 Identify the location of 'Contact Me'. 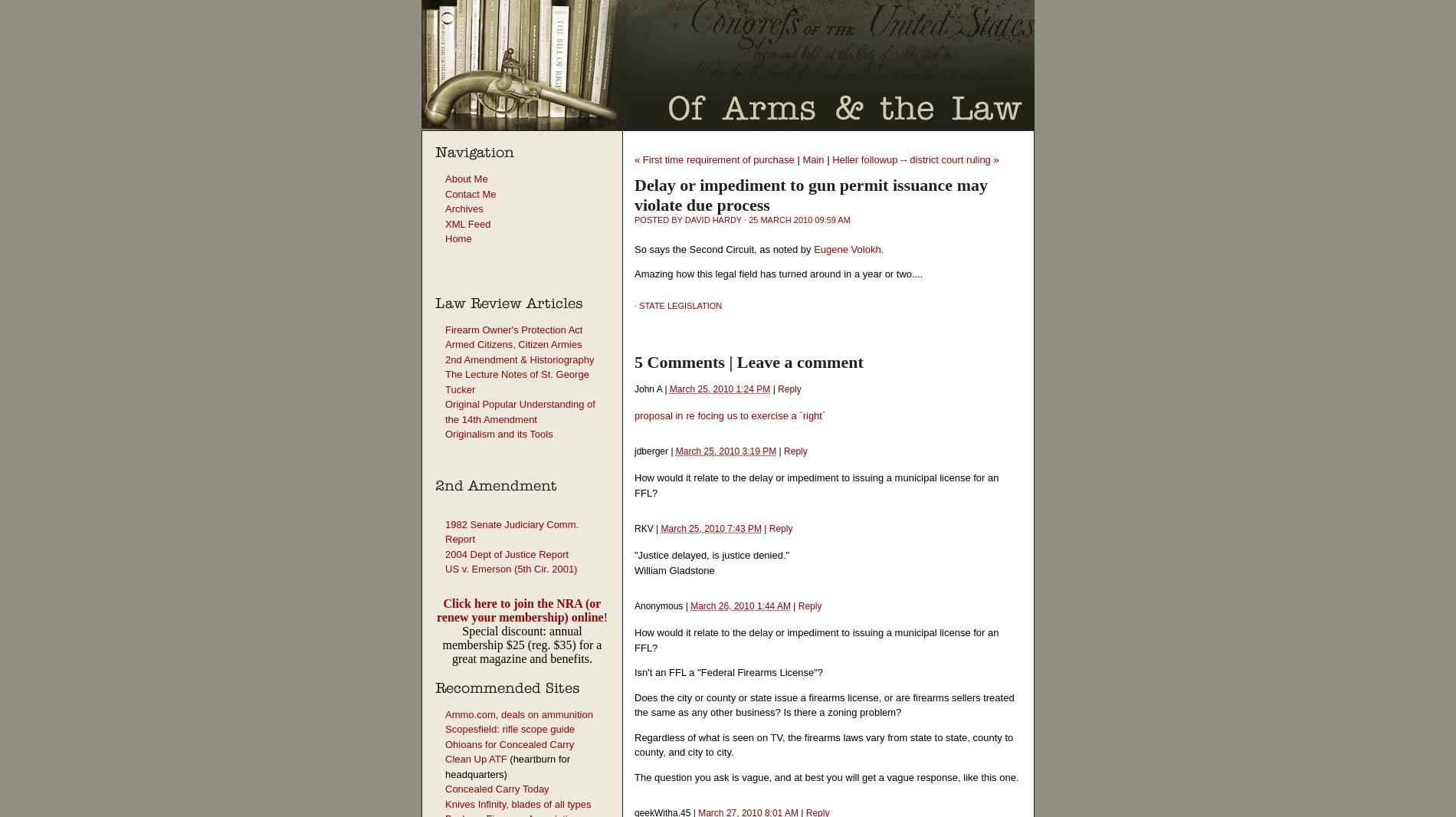
(471, 192).